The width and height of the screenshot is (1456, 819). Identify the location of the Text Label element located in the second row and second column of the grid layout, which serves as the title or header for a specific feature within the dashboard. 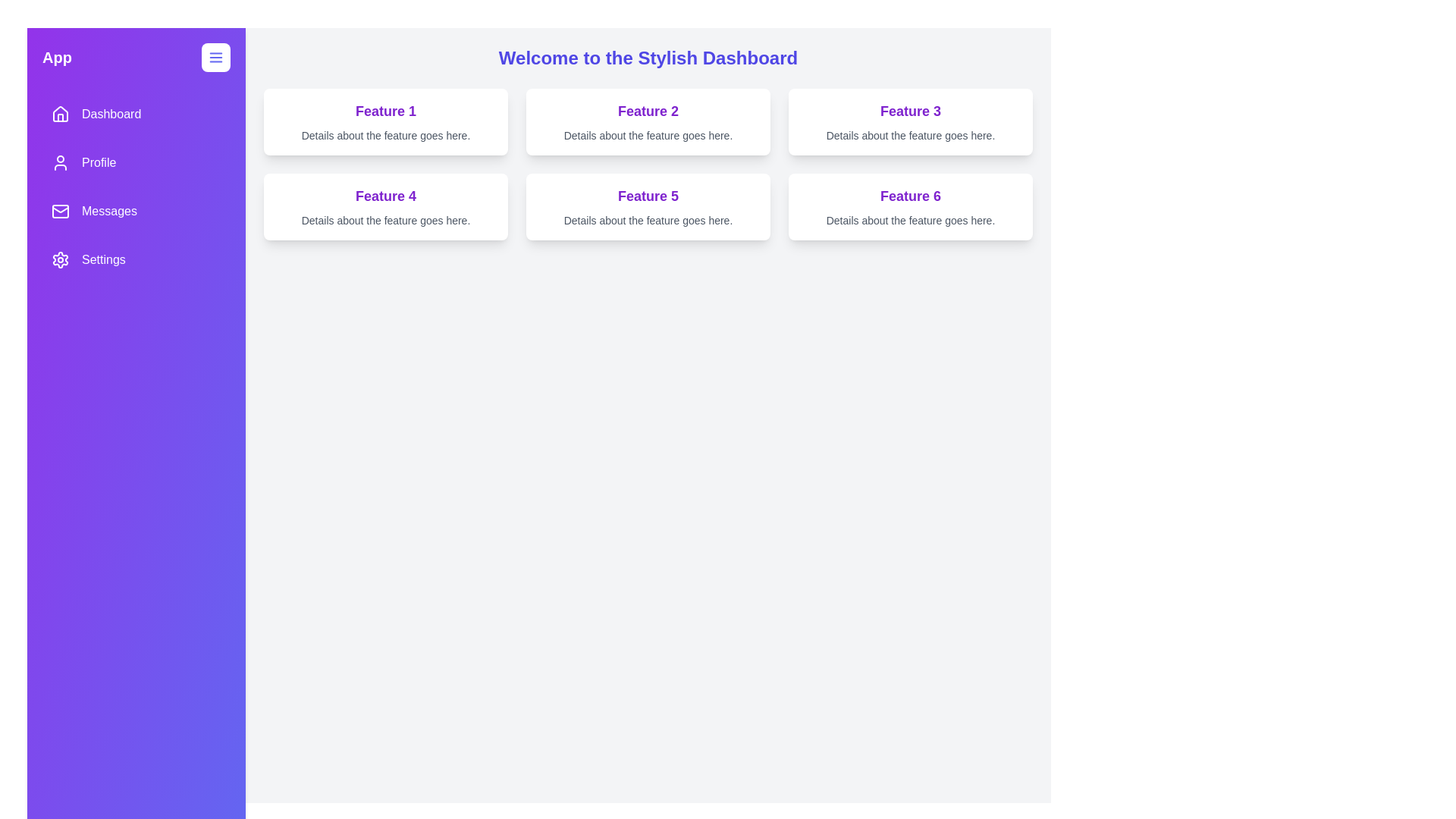
(648, 195).